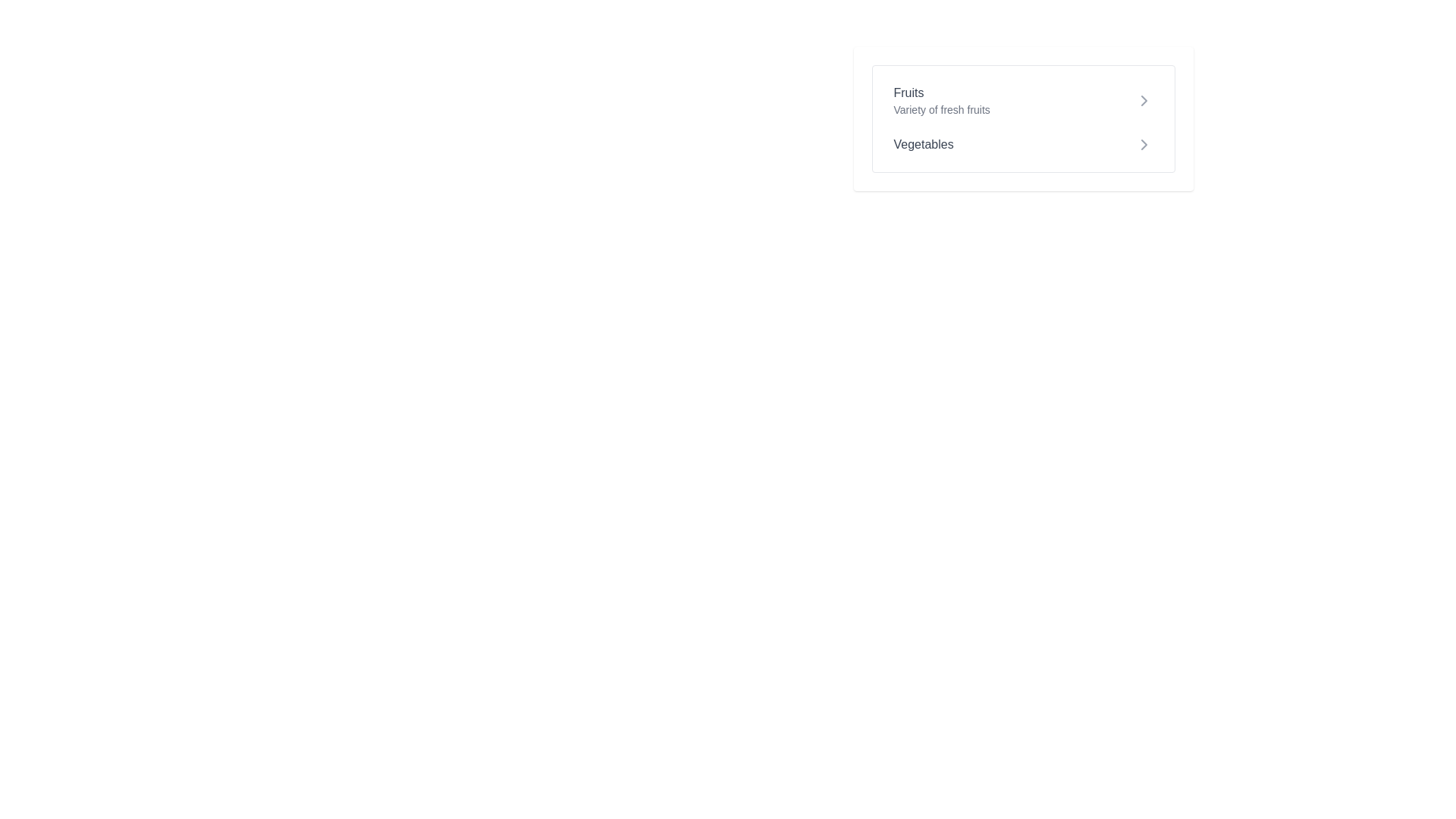 The width and height of the screenshot is (1456, 819). I want to click on the Label displaying 'Fruits' and 'Variety of fresh fruits' located in the first list item of a vertically stacked list, so click(941, 100).